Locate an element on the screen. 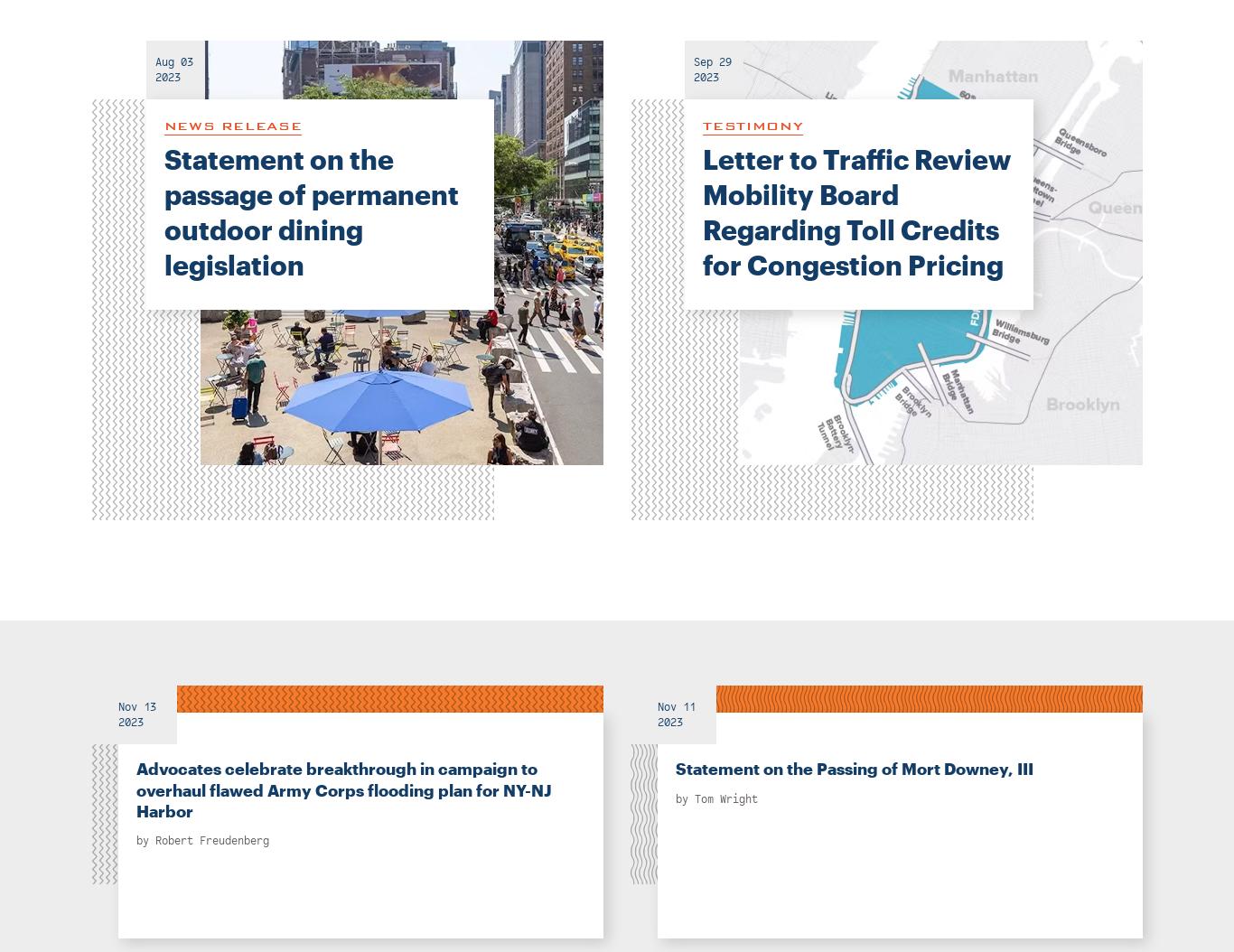 This screenshot has height=952, width=1234. 'Statement on the Passing of Mort Downey, III' is located at coordinates (854, 768).